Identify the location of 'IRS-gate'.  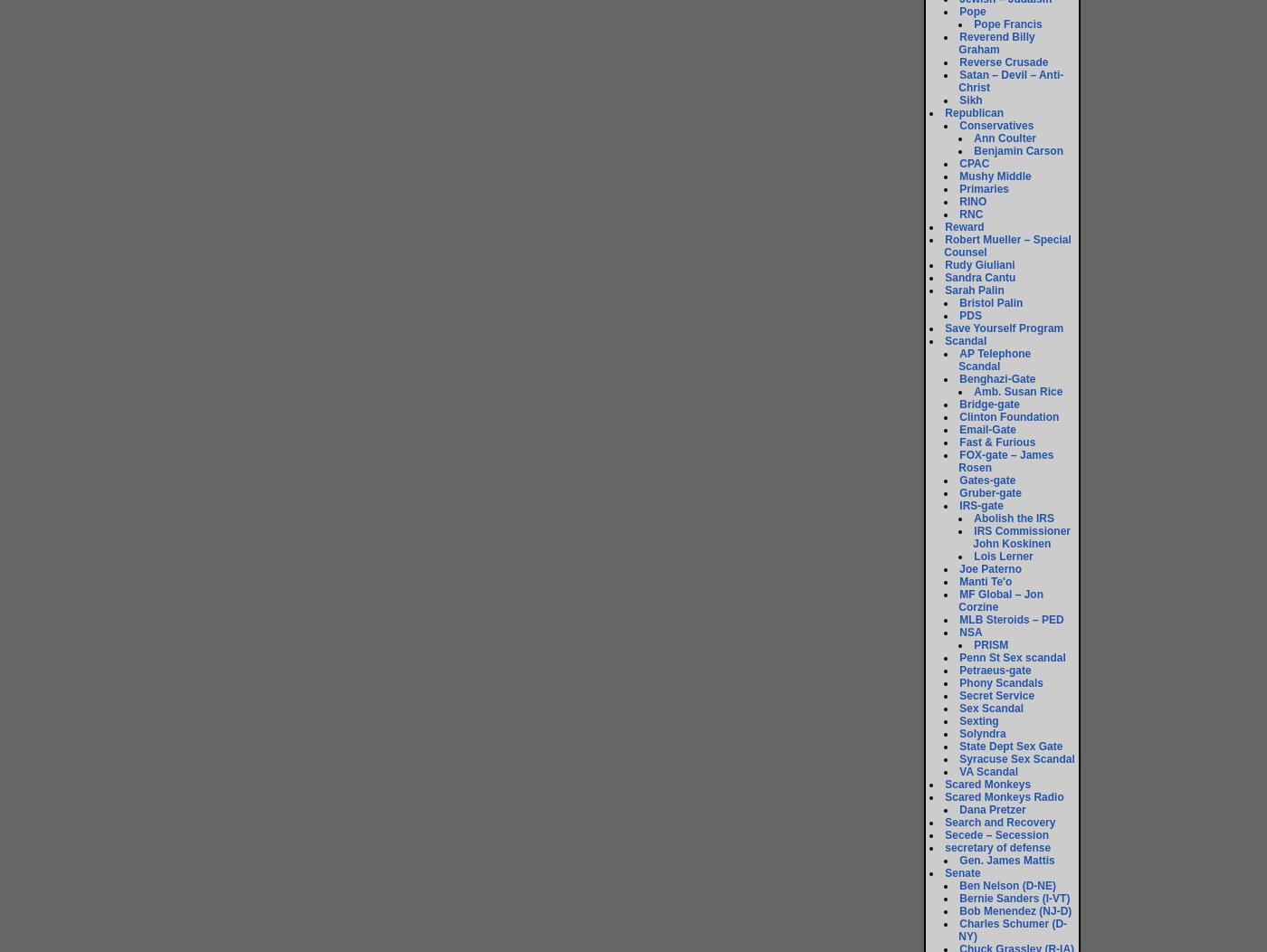
(981, 506).